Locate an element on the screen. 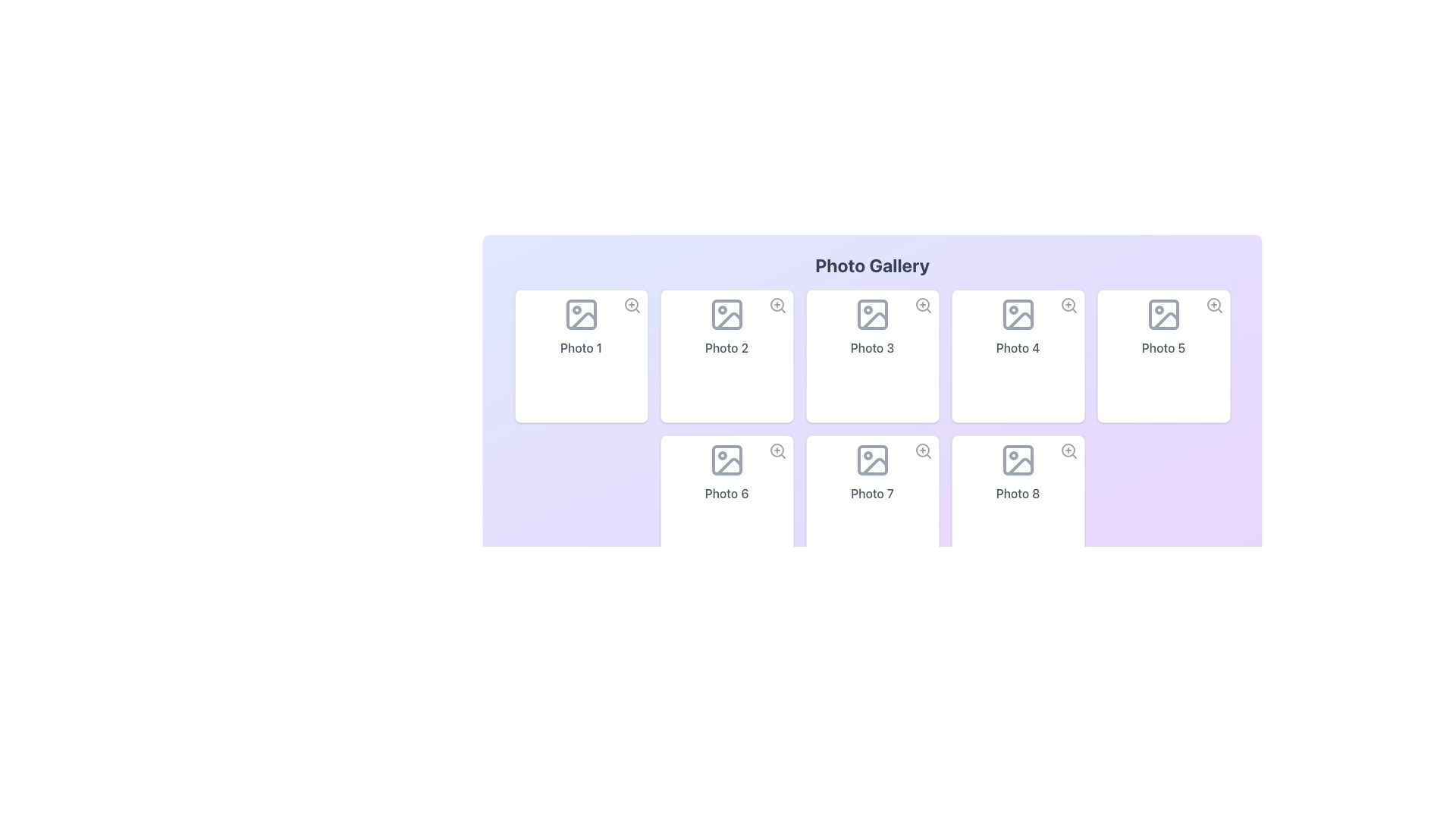 The height and width of the screenshot is (819, 1456). the broken image icon detail within the seventh photo in the gallery grid, which is represented by a diagonal line indicating an incomplete image is located at coordinates (874, 466).